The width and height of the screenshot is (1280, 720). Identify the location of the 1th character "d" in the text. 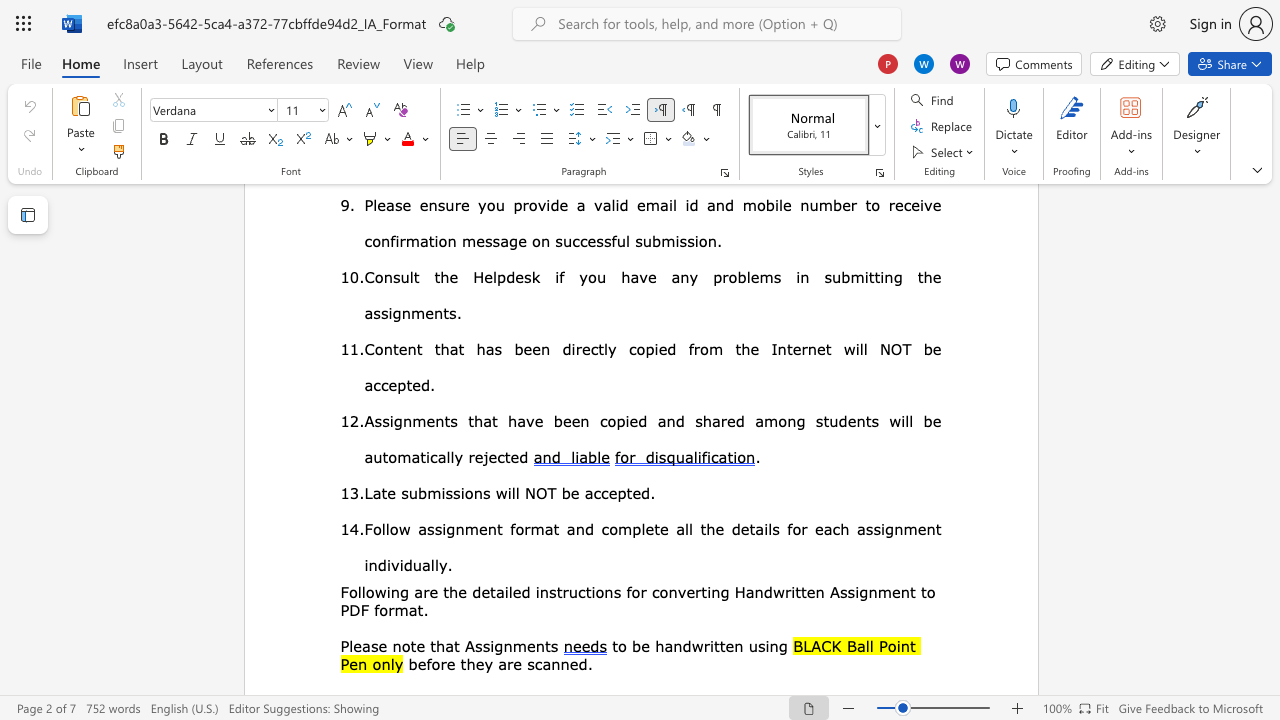
(588, 527).